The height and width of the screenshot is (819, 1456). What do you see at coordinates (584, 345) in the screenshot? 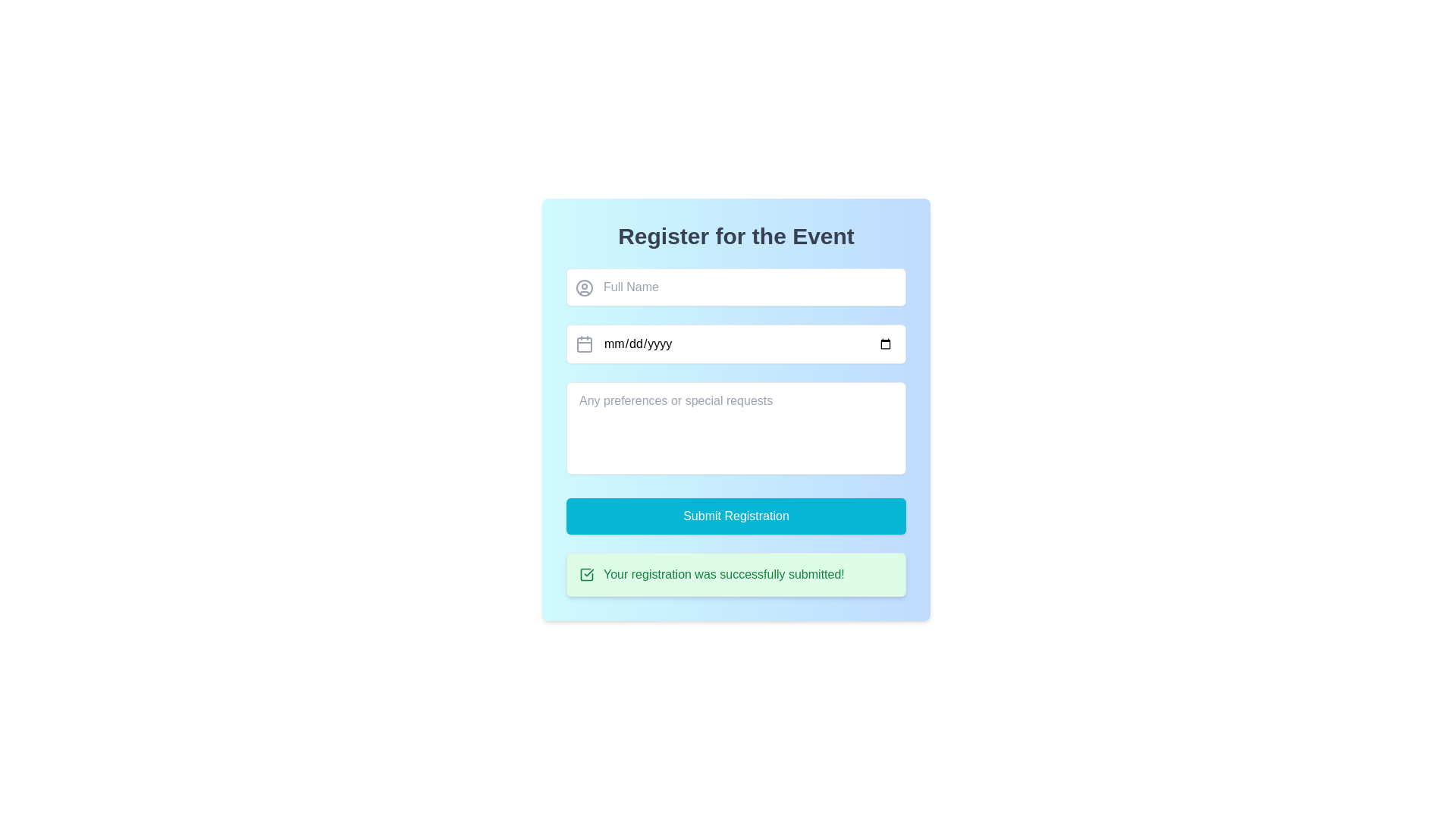
I see `the calendar icon located to the left of the date input field labeled 'mm/dd/yyyy'` at bounding box center [584, 345].